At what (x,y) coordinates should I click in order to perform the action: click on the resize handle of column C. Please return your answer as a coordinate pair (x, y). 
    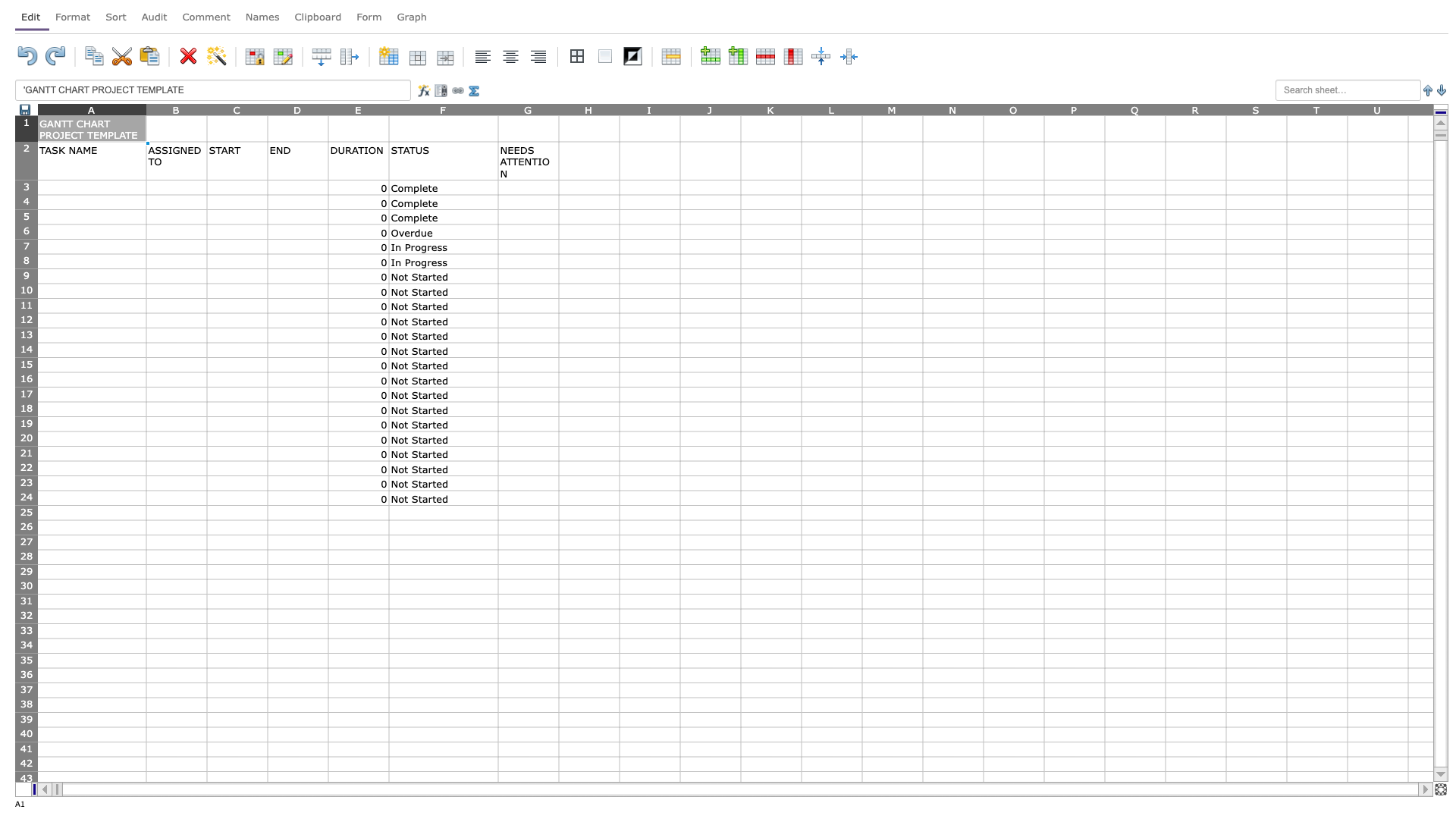
    Looking at the image, I should click on (268, 108).